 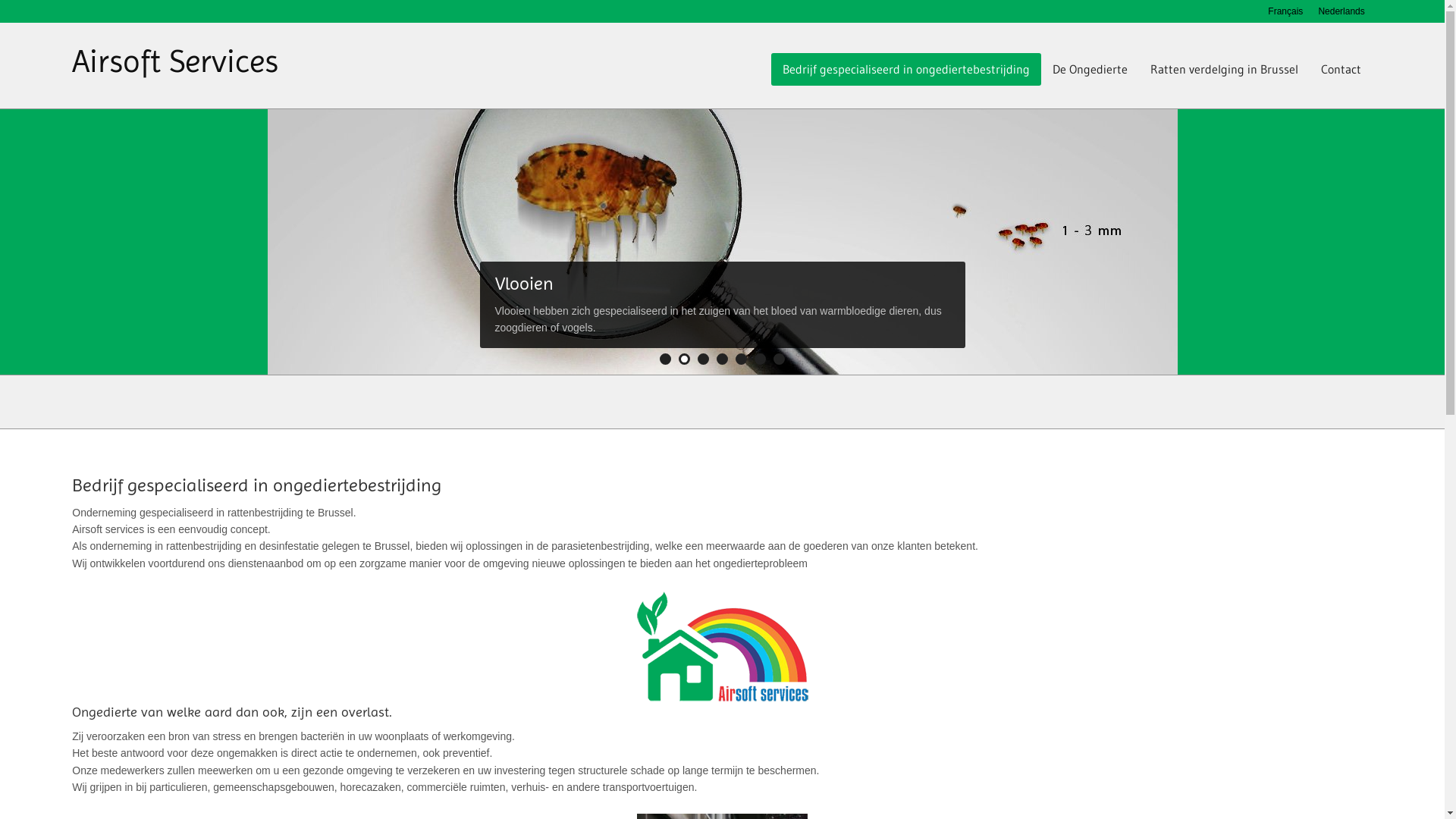 What do you see at coordinates (1089, 69) in the screenshot?
I see `'De Ongedierte'` at bounding box center [1089, 69].